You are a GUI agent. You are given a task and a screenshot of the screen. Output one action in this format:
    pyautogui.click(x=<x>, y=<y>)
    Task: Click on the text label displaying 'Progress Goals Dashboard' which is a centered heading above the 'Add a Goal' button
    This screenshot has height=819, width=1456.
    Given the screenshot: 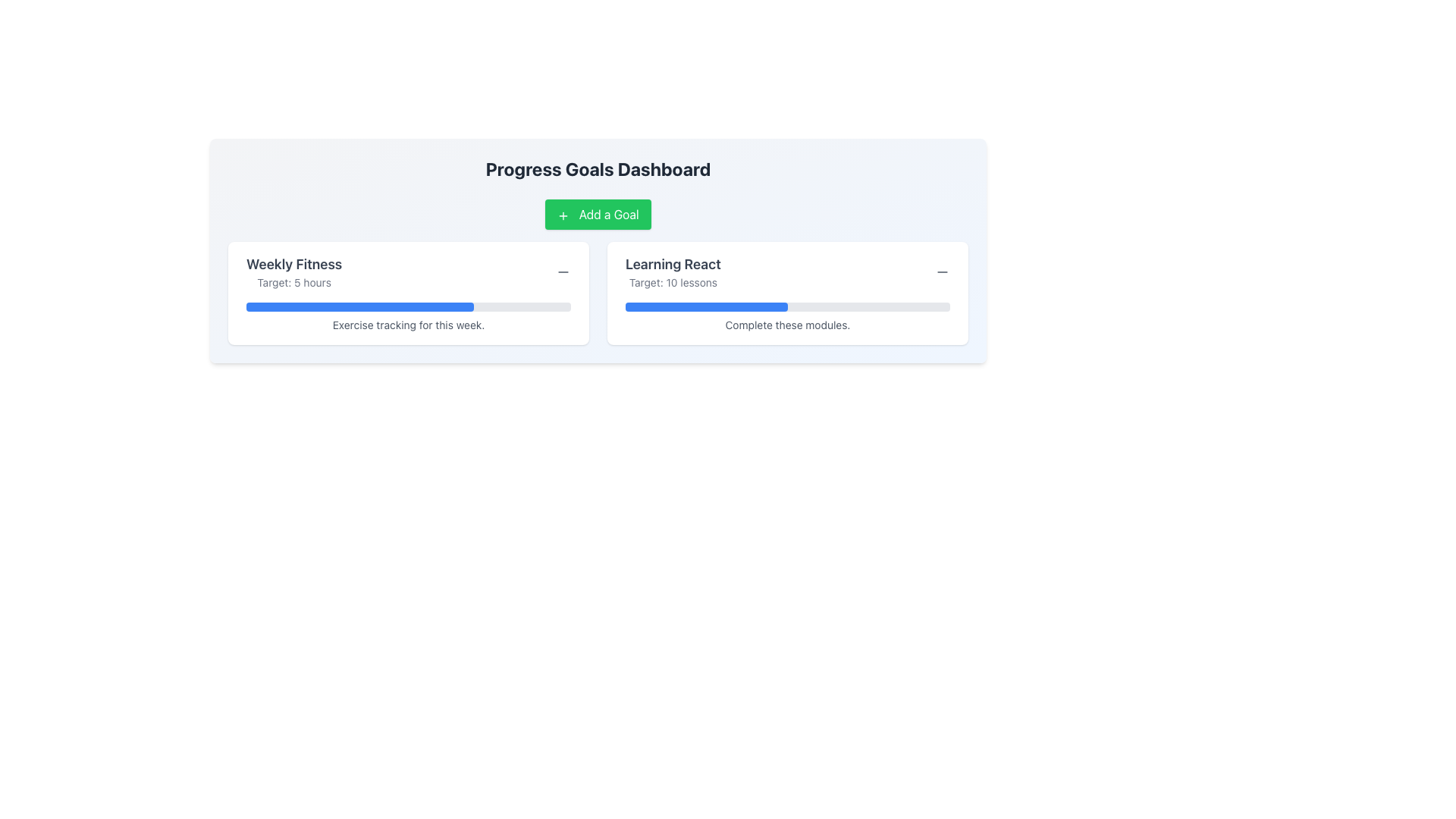 What is the action you would take?
    pyautogui.click(x=597, y=169)
    